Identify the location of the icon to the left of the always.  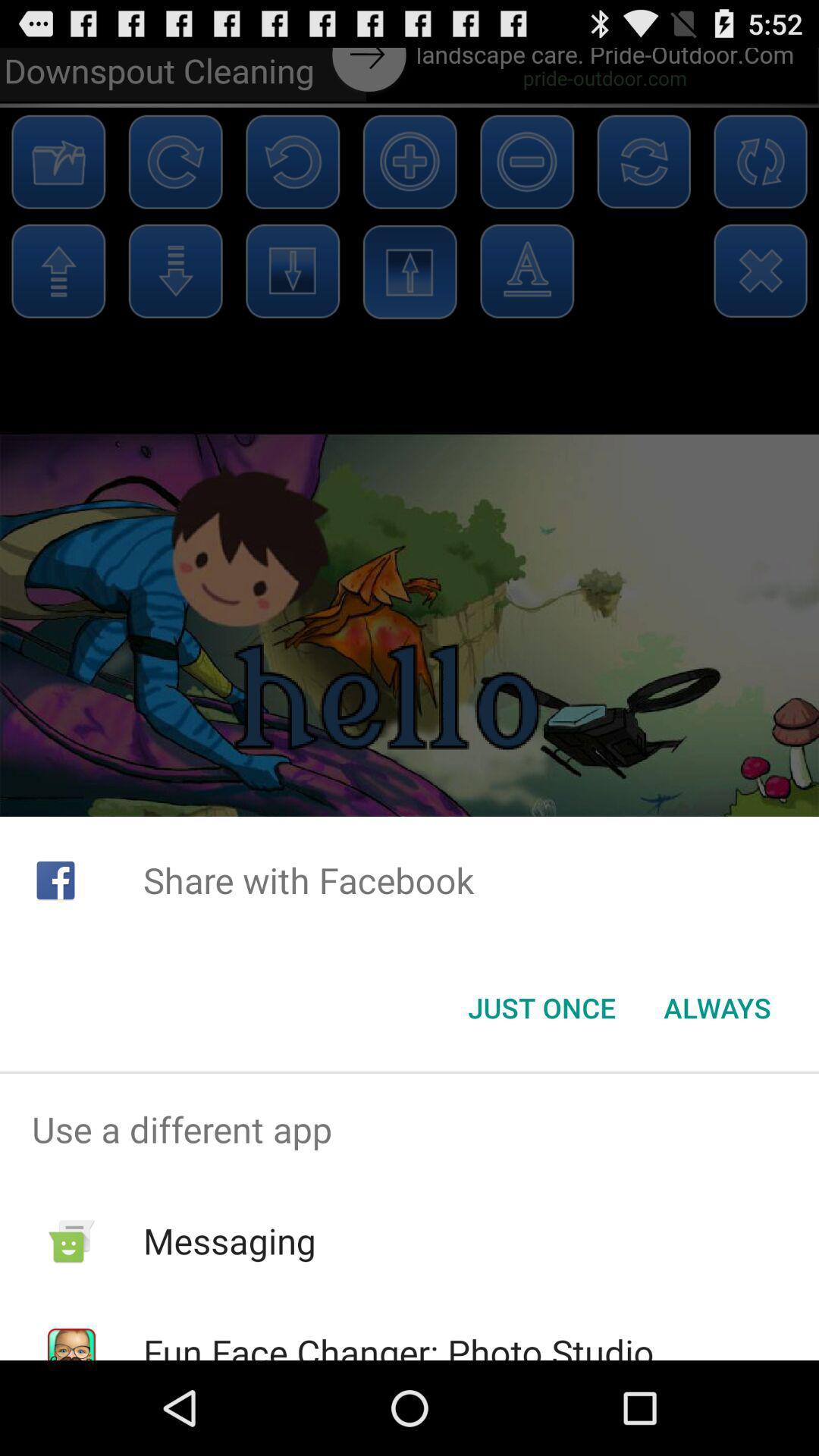
(541, 1008).